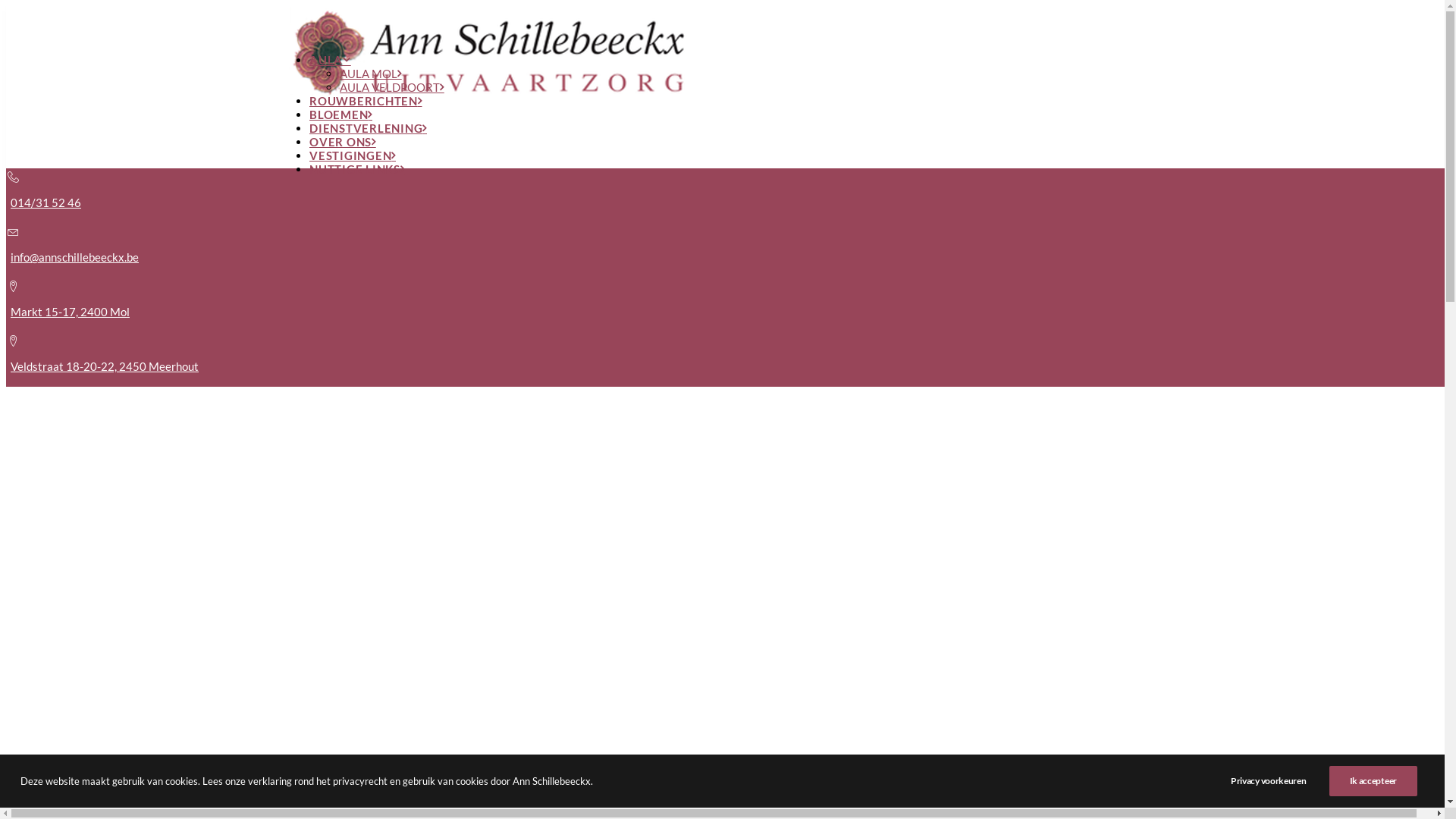 The image size is (1456, 819). What do you see at coordinates (352, 155) in the screenshot?
I see `'VESTIGINGEN'` at bounding box center [352, 155].